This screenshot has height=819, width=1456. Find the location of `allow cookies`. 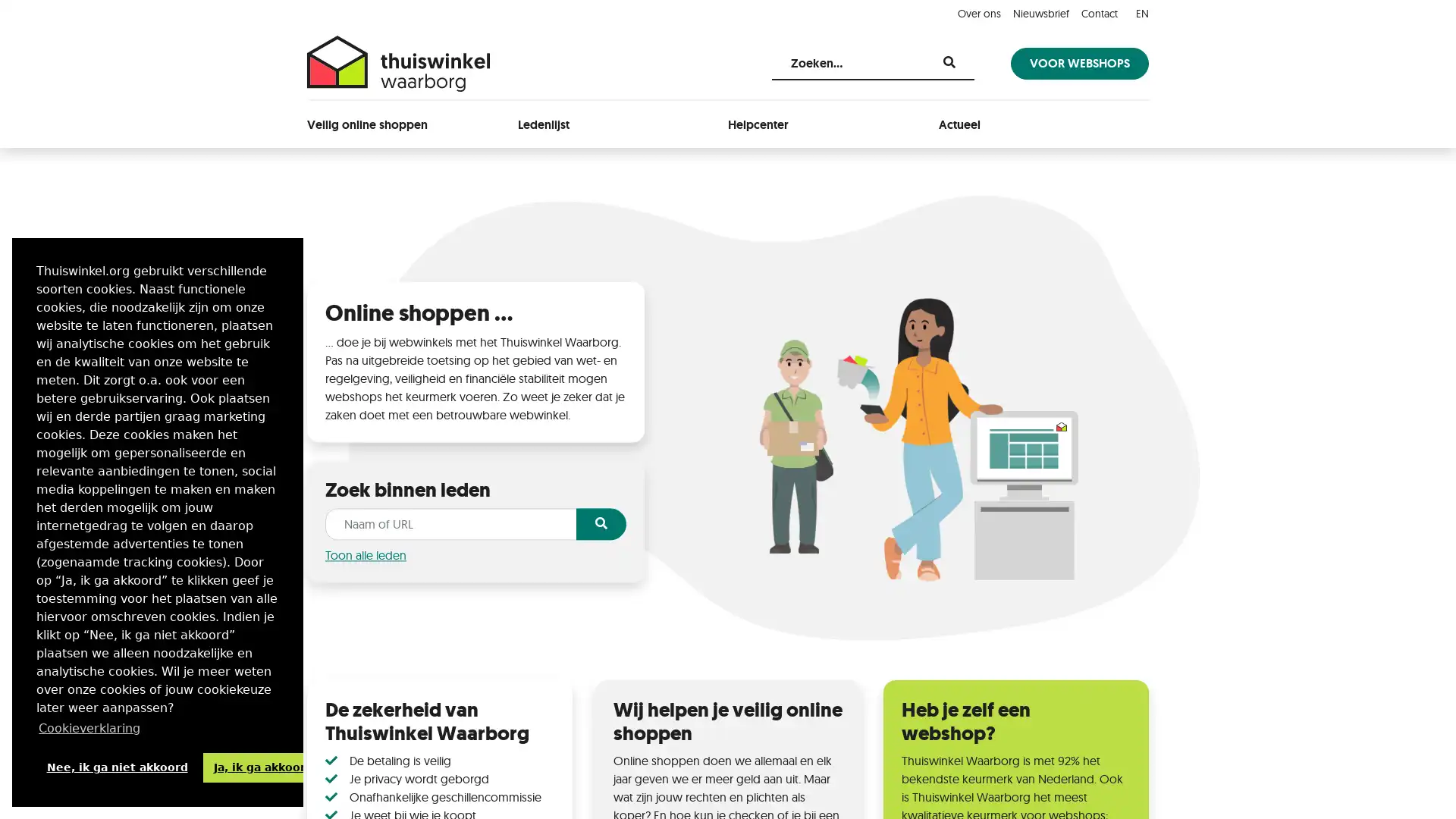

allow cookies is located at coordinates (262, 767).